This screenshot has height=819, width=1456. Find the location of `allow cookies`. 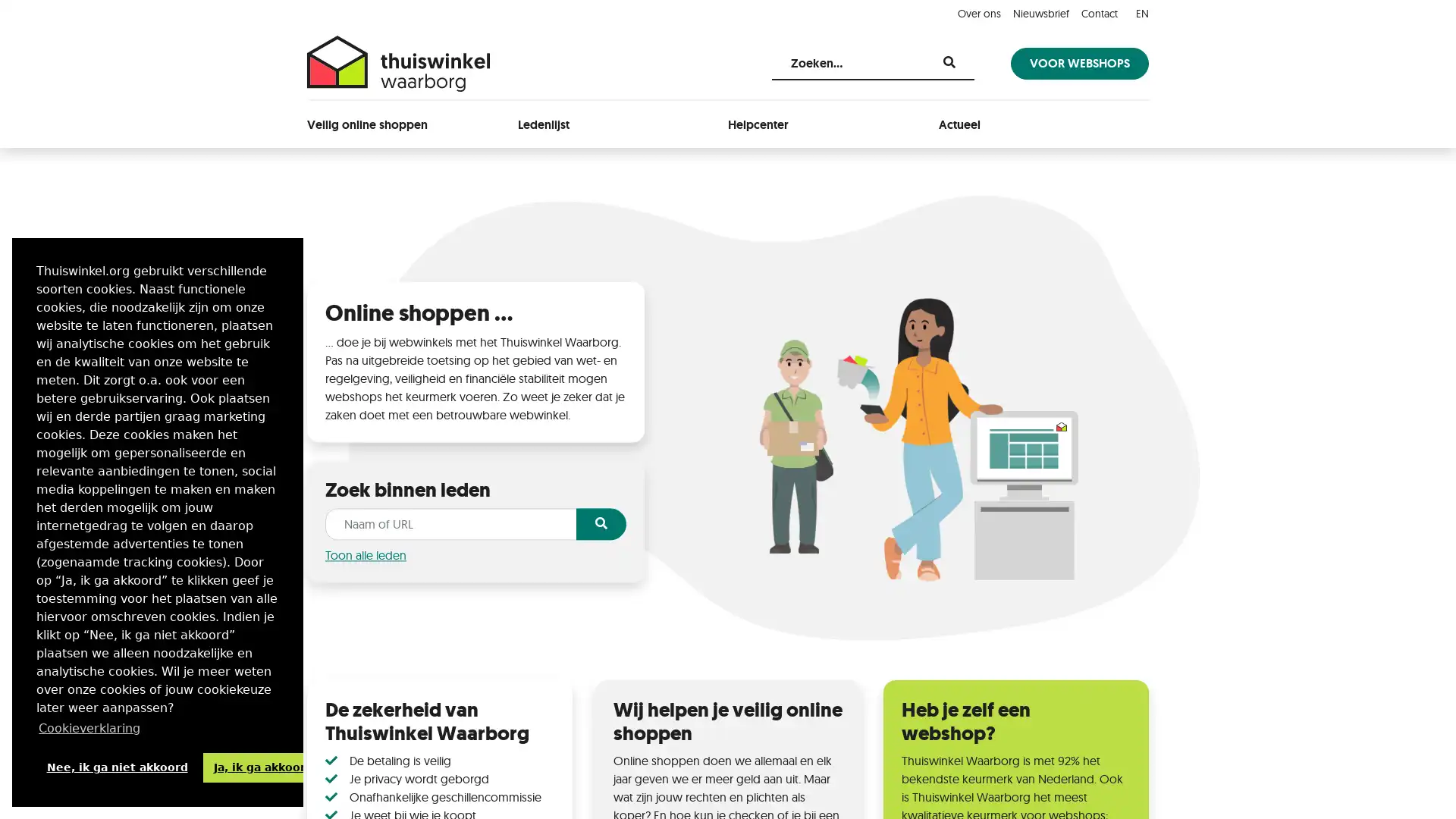

allow cookies is located at coordinates (262, 767).